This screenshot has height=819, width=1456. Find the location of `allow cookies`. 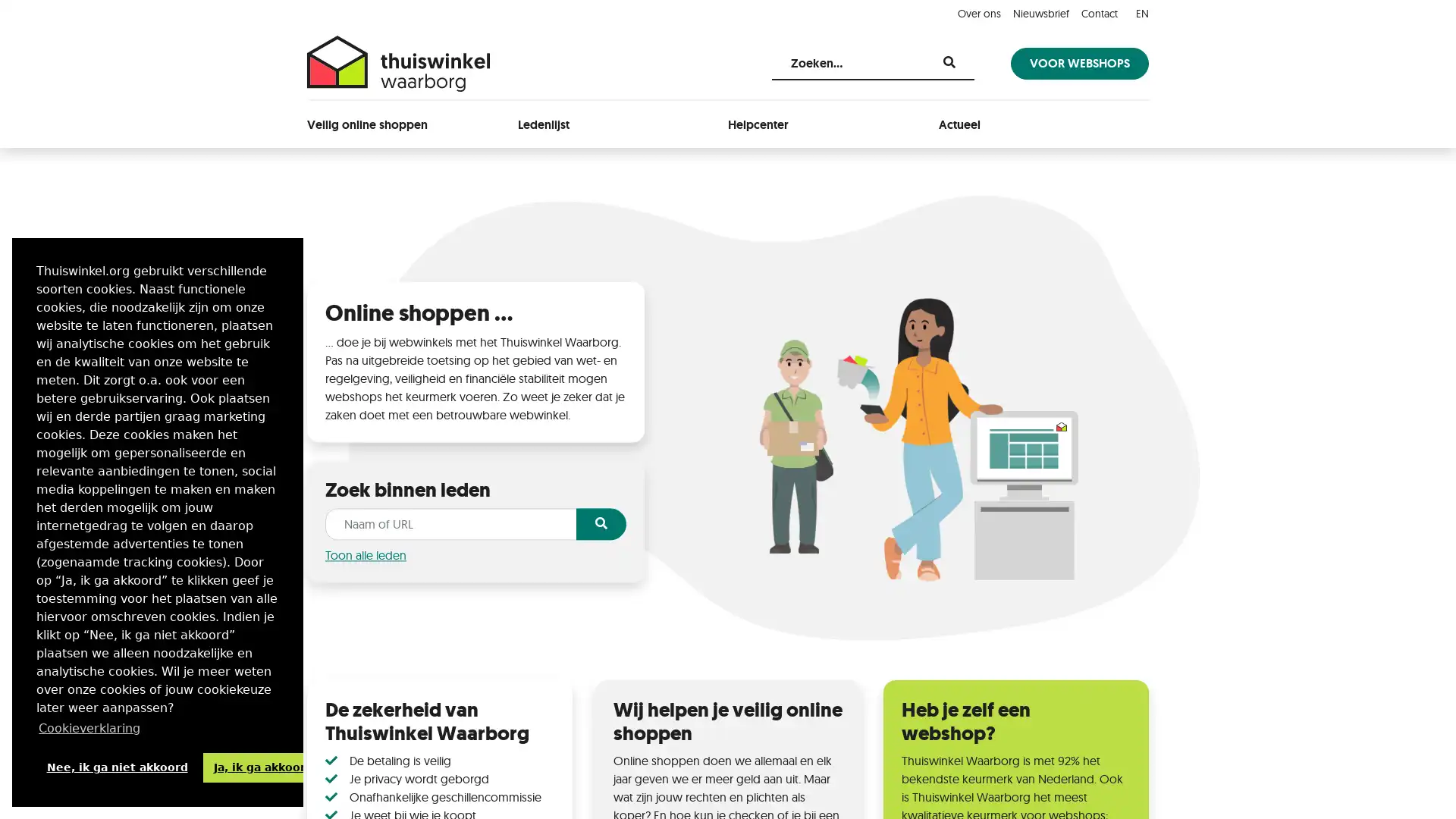

allow cookies is located at coordinates (262, 767).